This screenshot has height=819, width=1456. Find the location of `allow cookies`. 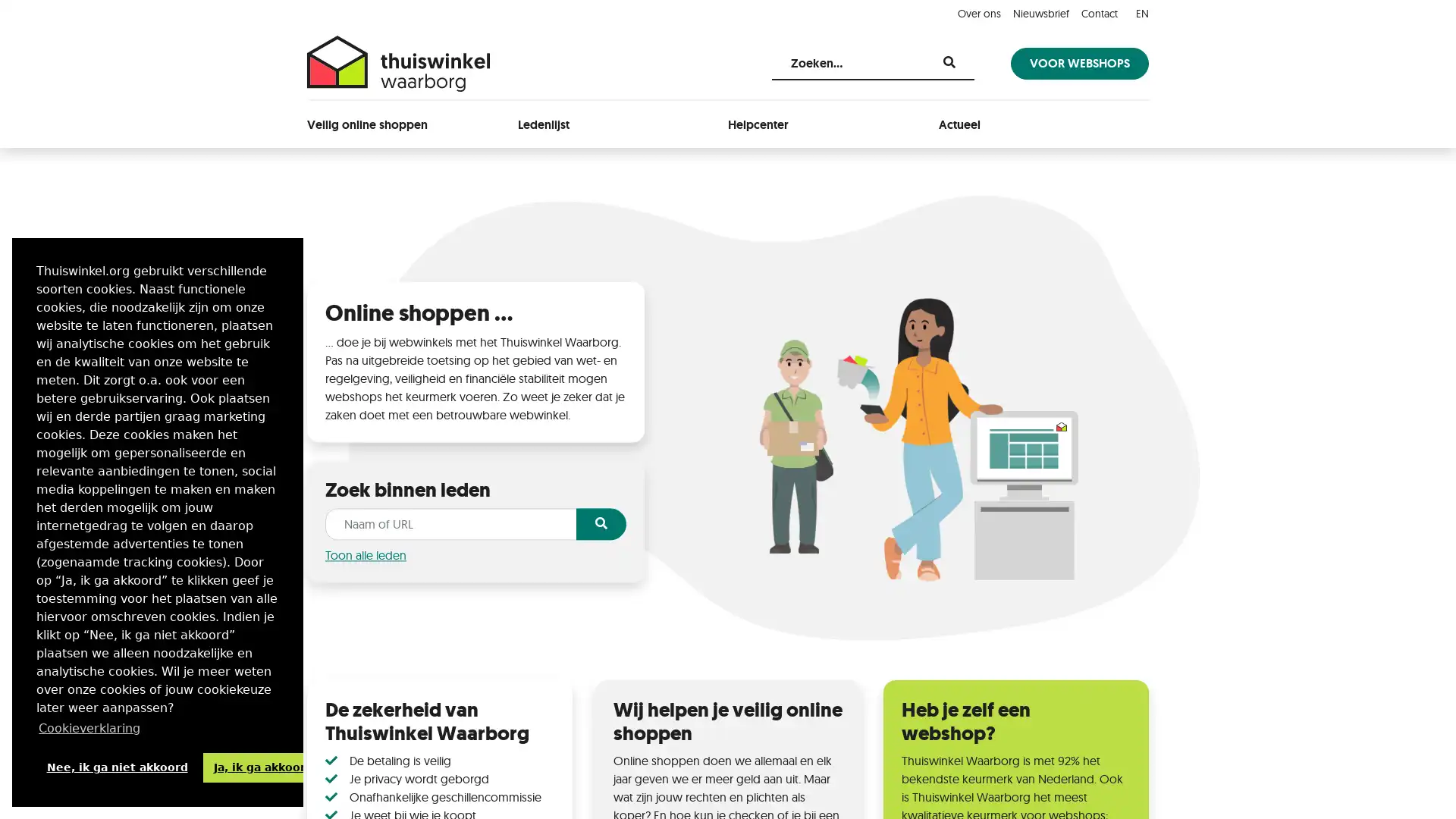

allow cookies is located at coordinates (262, 767).